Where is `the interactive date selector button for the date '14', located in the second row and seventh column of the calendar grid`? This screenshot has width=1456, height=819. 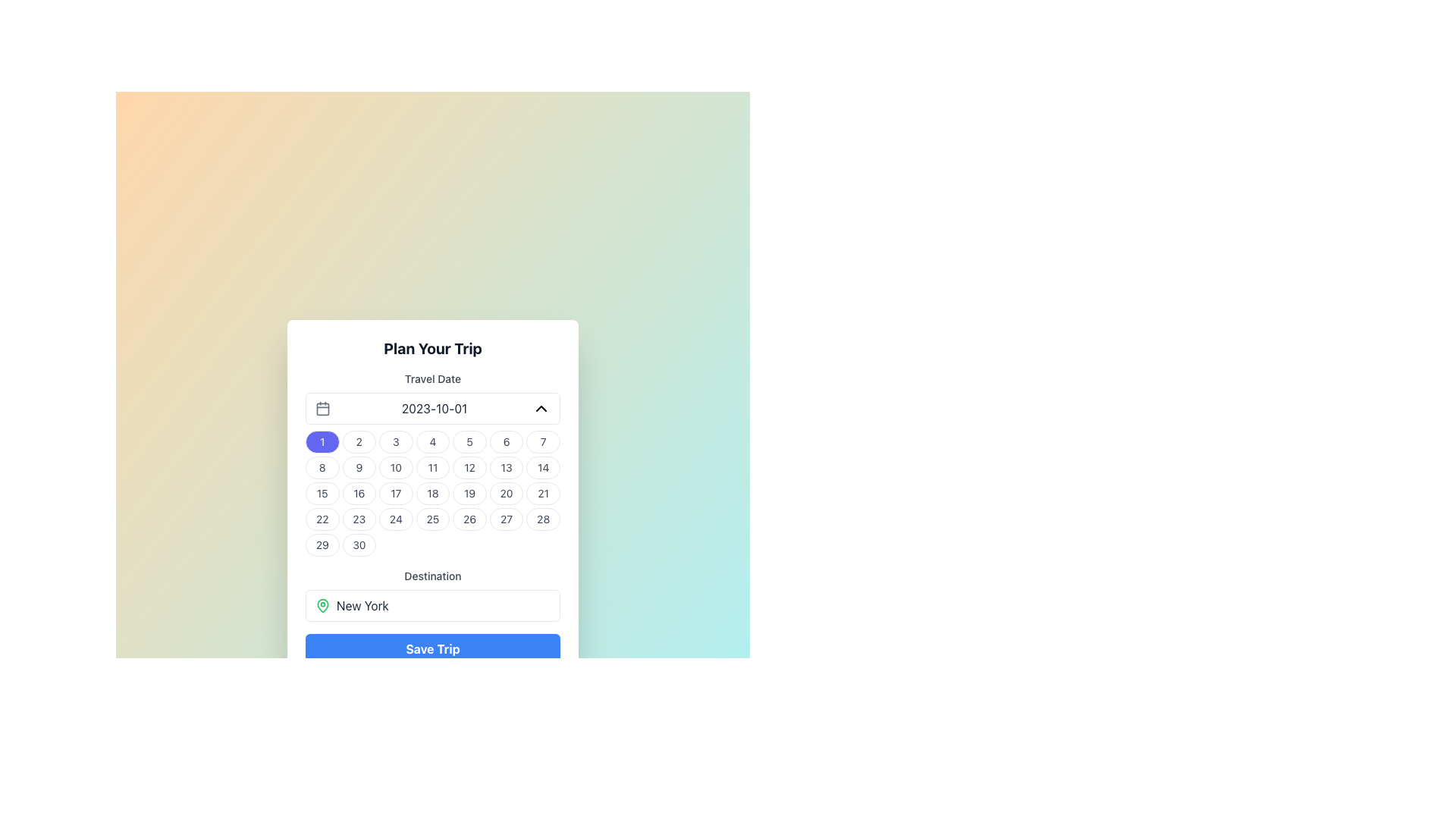 the interactive date selector button for the date '14', located in the second row and seventh column of the calendar grid is located at coordinates (543, 467).